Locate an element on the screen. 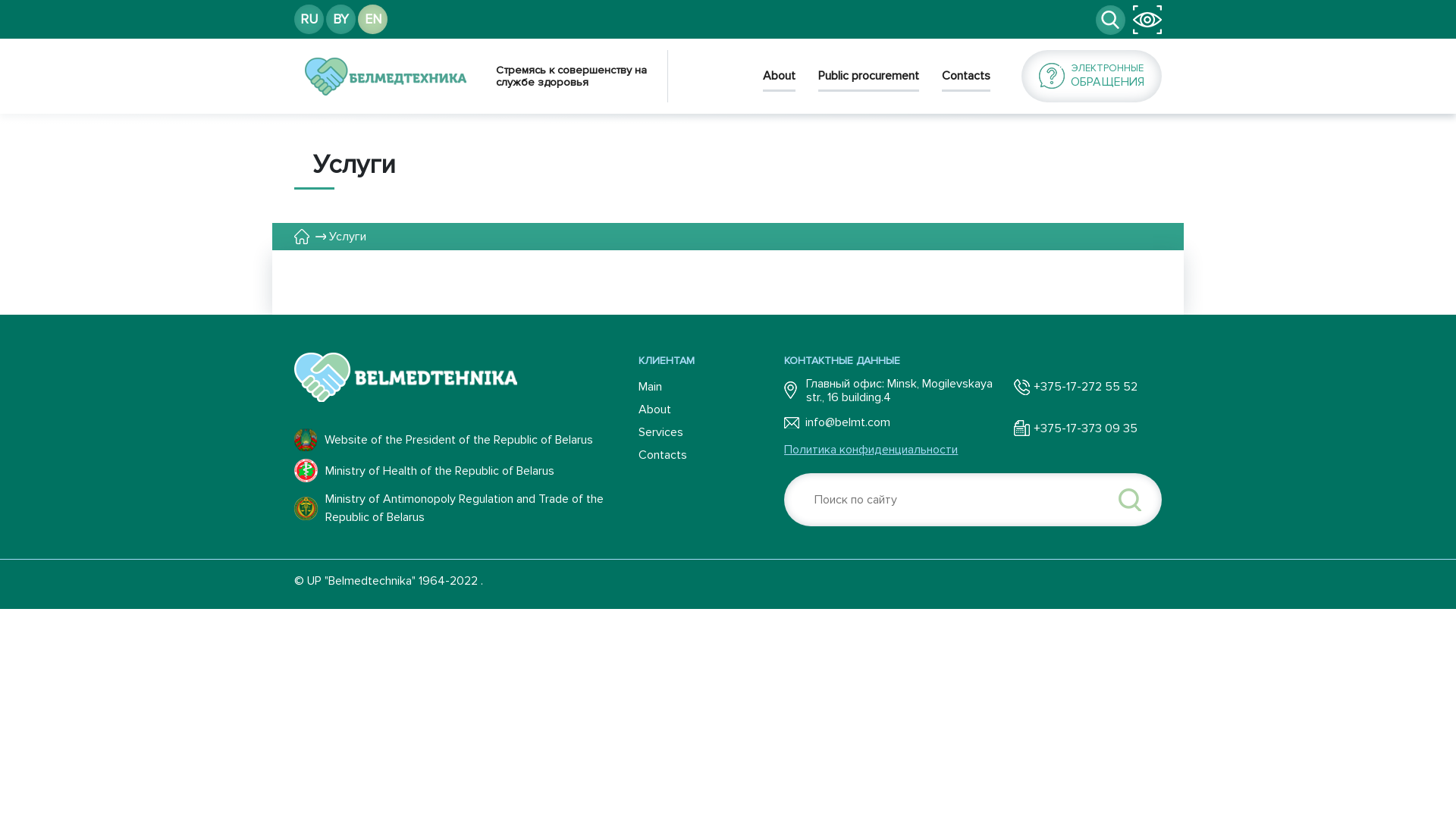  'Ministry of Health of the Republic of Belarus' is located at coordinates (294, 469).